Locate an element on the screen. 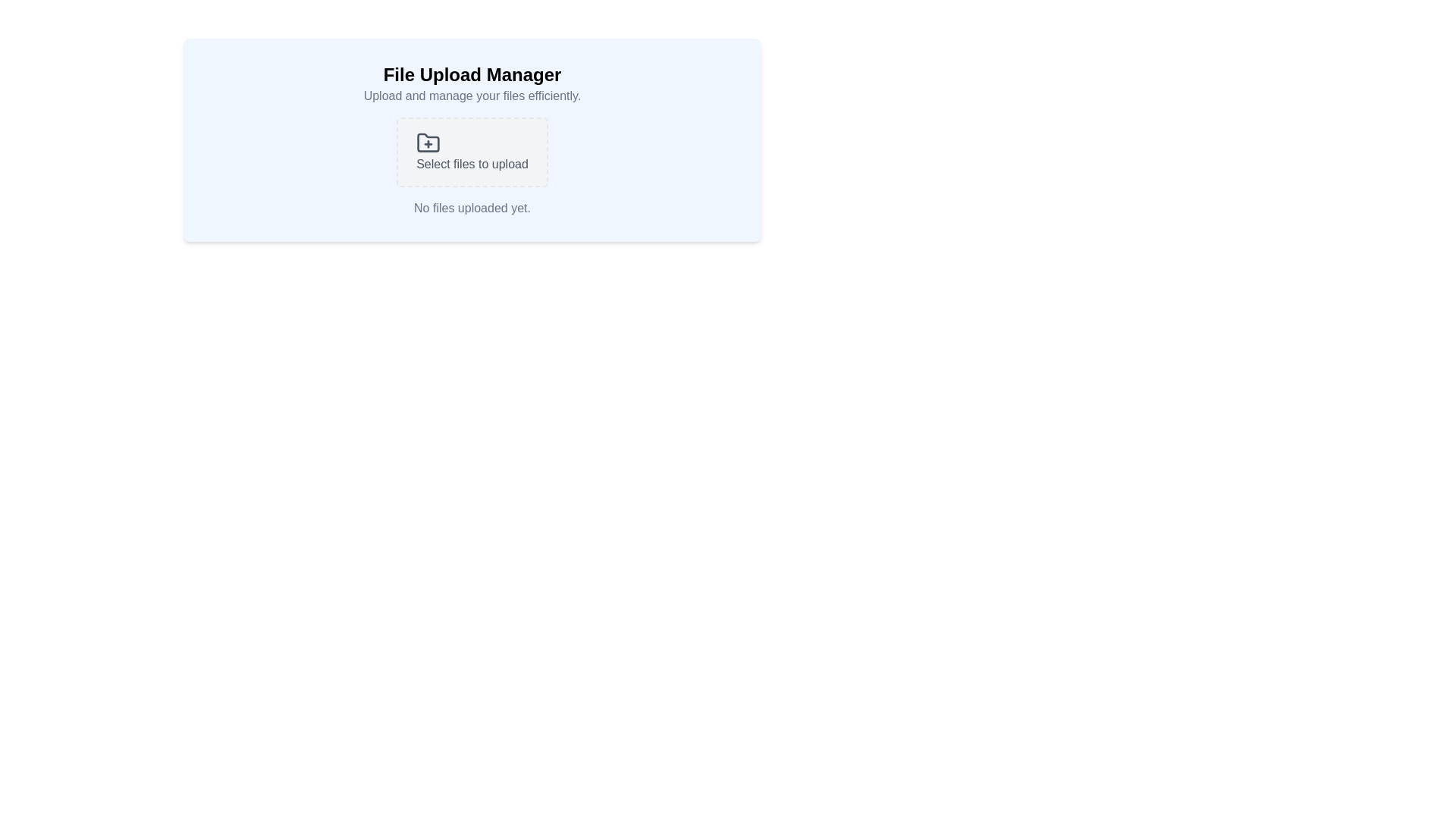 The width and height of the screenshot is (1456, 819). the folder icon with a plus sign overlaid, located beneath the 'File Upload Manager' heading is located at coordinates (428, 143).